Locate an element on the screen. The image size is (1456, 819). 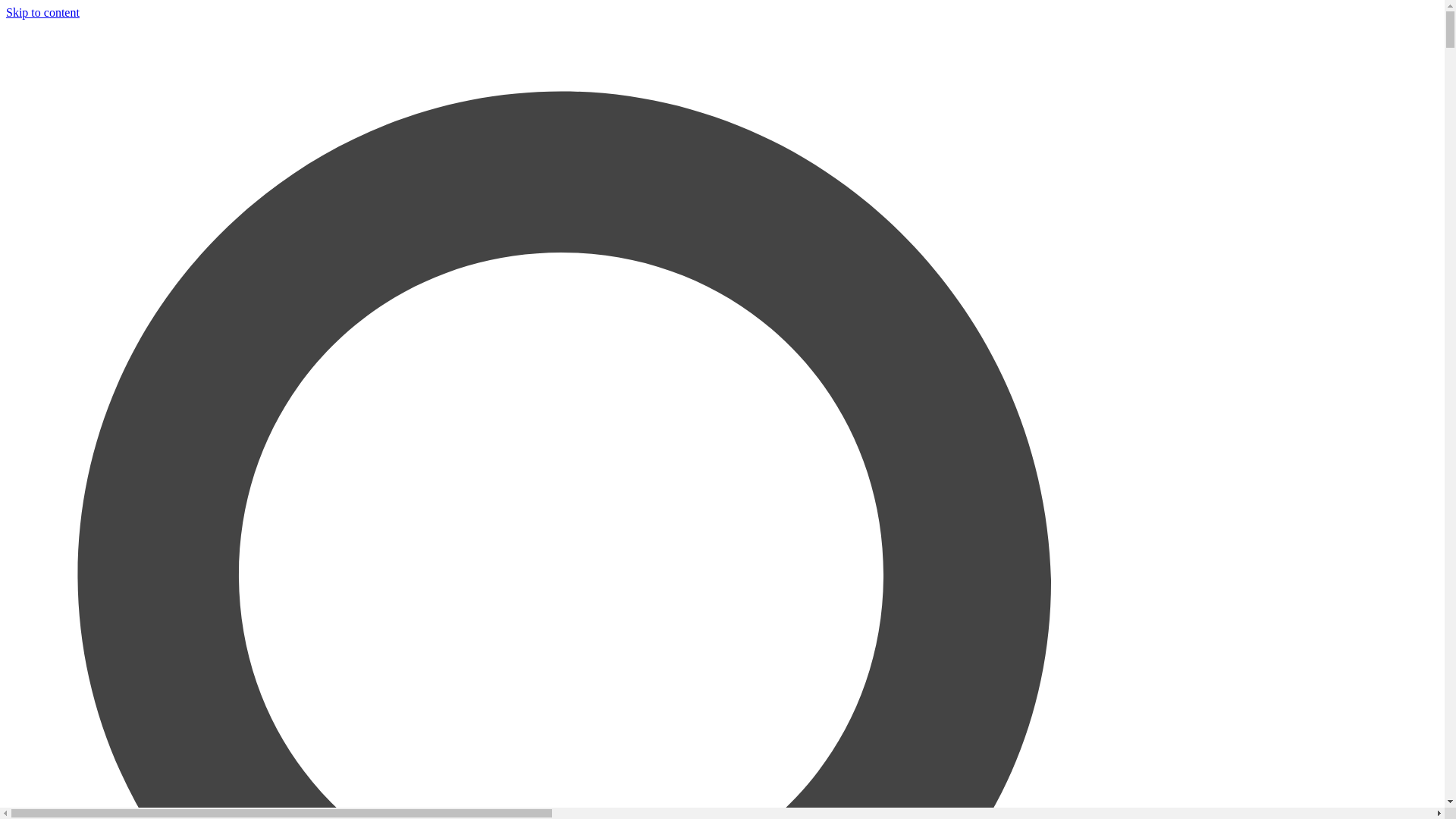
'Skip to content' is located at coordinates (42, 12).